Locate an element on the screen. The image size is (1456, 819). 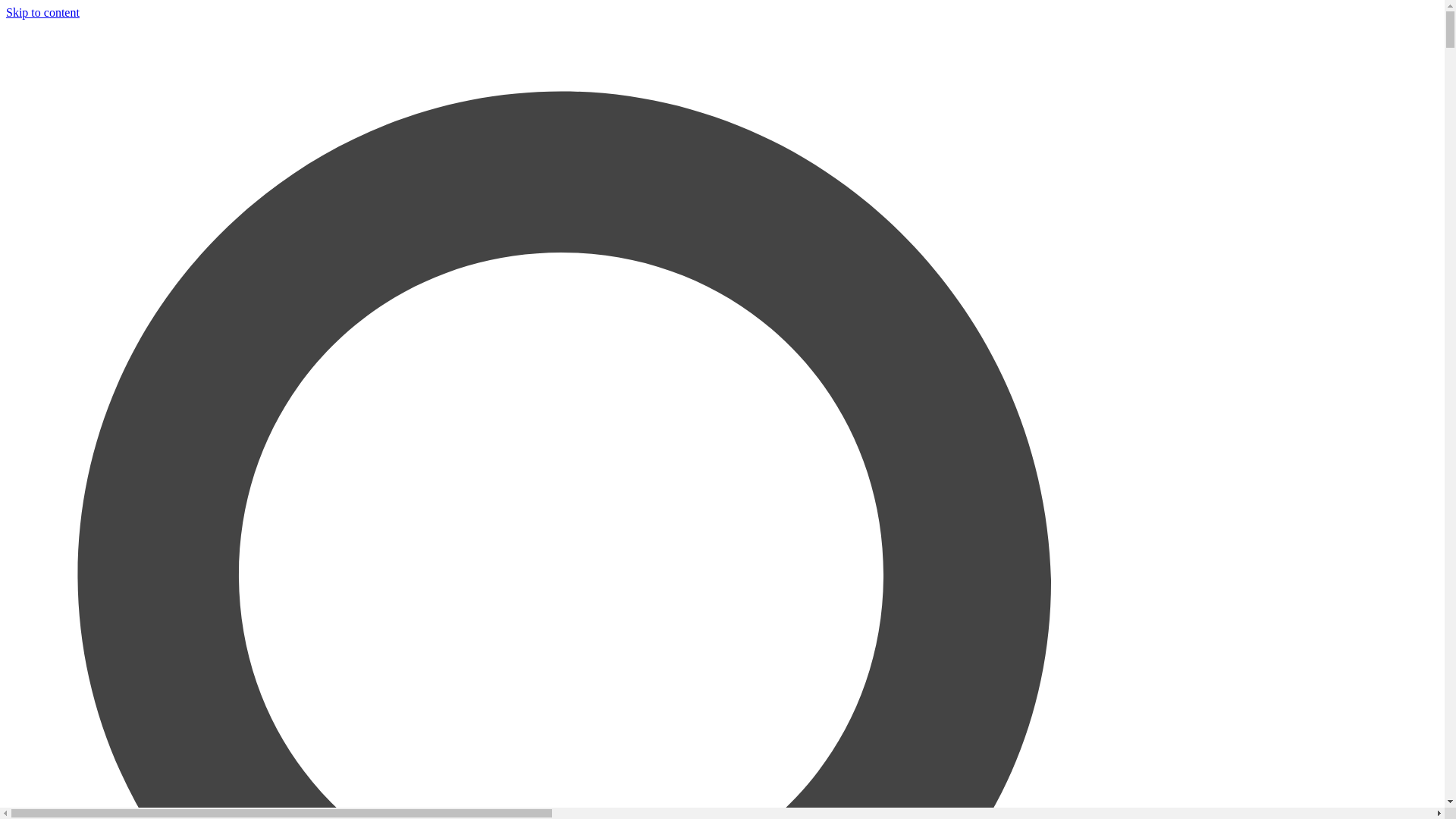
'Skip to content' is located at coordinates (42, 12).